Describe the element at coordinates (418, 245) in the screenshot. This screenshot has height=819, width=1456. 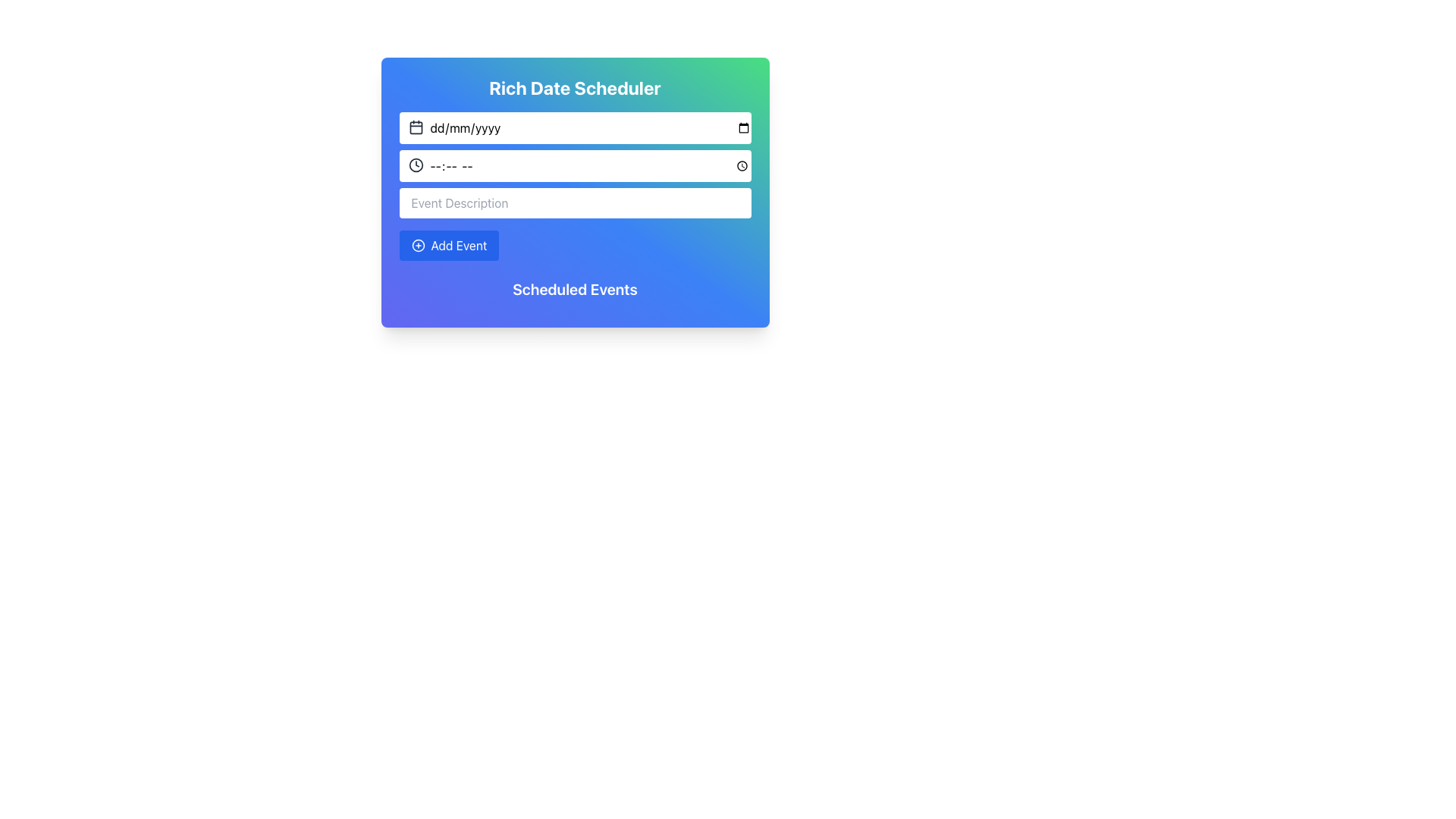
I see `the circular SVG shape that forms part of the 'Add Event' button, which is designed with a stroke and no fill, and is centrally placed within the button` at that location.